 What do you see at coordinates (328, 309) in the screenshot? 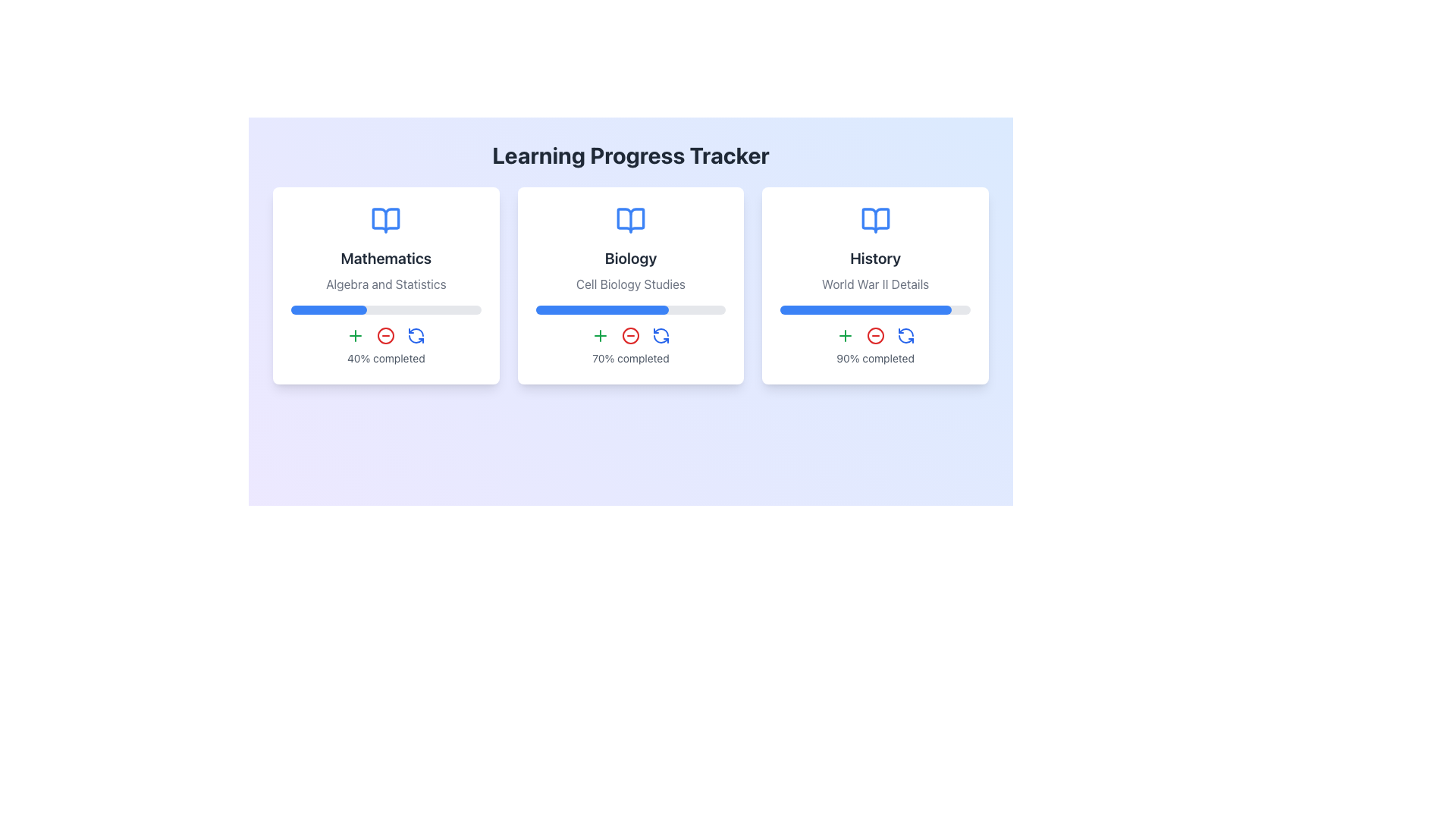
I see `the progress represented by the blue filled segment of the progress bar in the 'Mathematics' card, which occupies the first 40% of the bar` at bounding box center [328, 309].